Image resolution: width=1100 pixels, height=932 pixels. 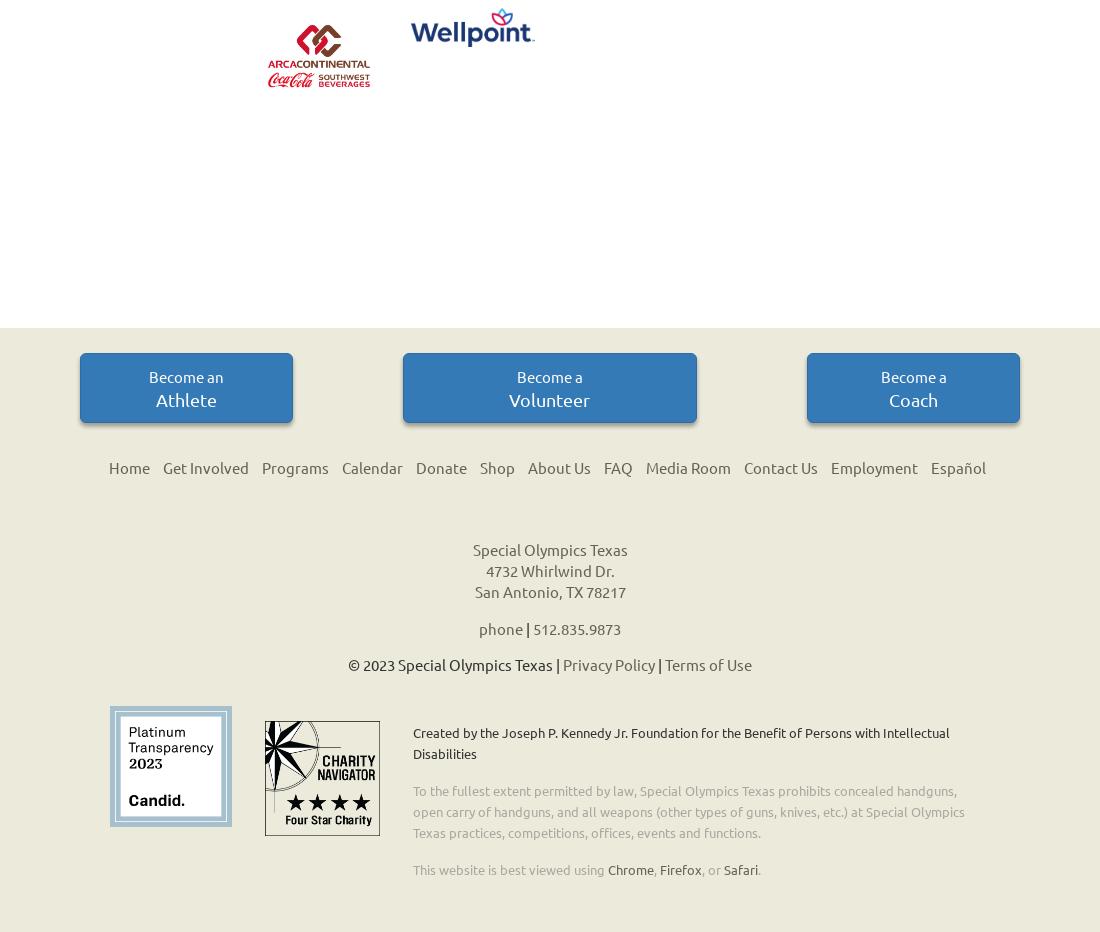 I want to click on 'phone', so click(x=501, y=626).